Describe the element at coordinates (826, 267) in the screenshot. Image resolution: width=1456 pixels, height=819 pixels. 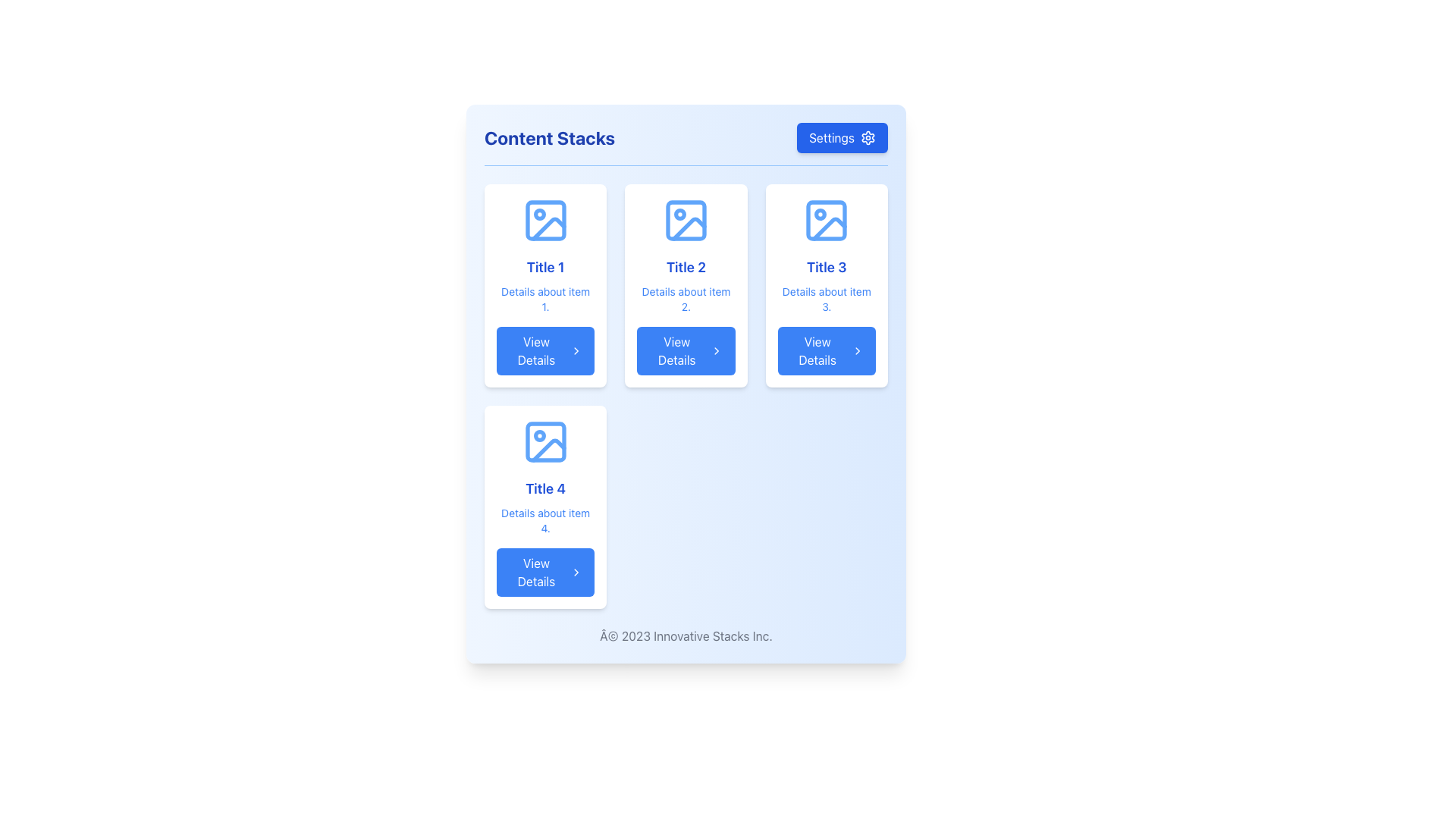
I see `text of the title element for 'Title 3', which is centrally located above the descriptive text and below an image icon` at that location.